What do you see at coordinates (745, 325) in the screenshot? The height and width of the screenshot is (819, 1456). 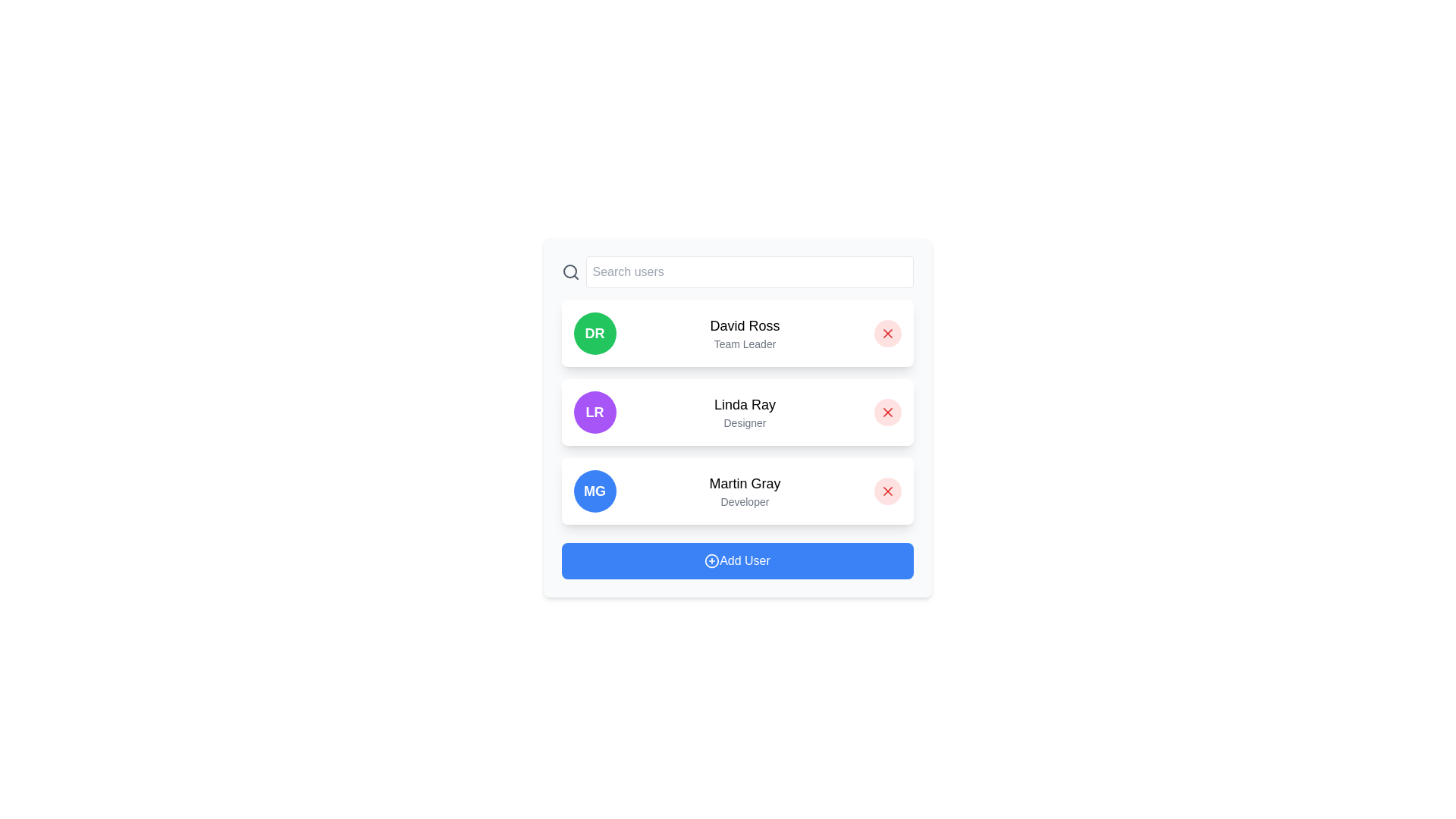 I see `text content of the Text Label displaying 'David Ross', which is located above the smaller text 'Team Leader' in a list of user cards` at bounding box center [745, 325].